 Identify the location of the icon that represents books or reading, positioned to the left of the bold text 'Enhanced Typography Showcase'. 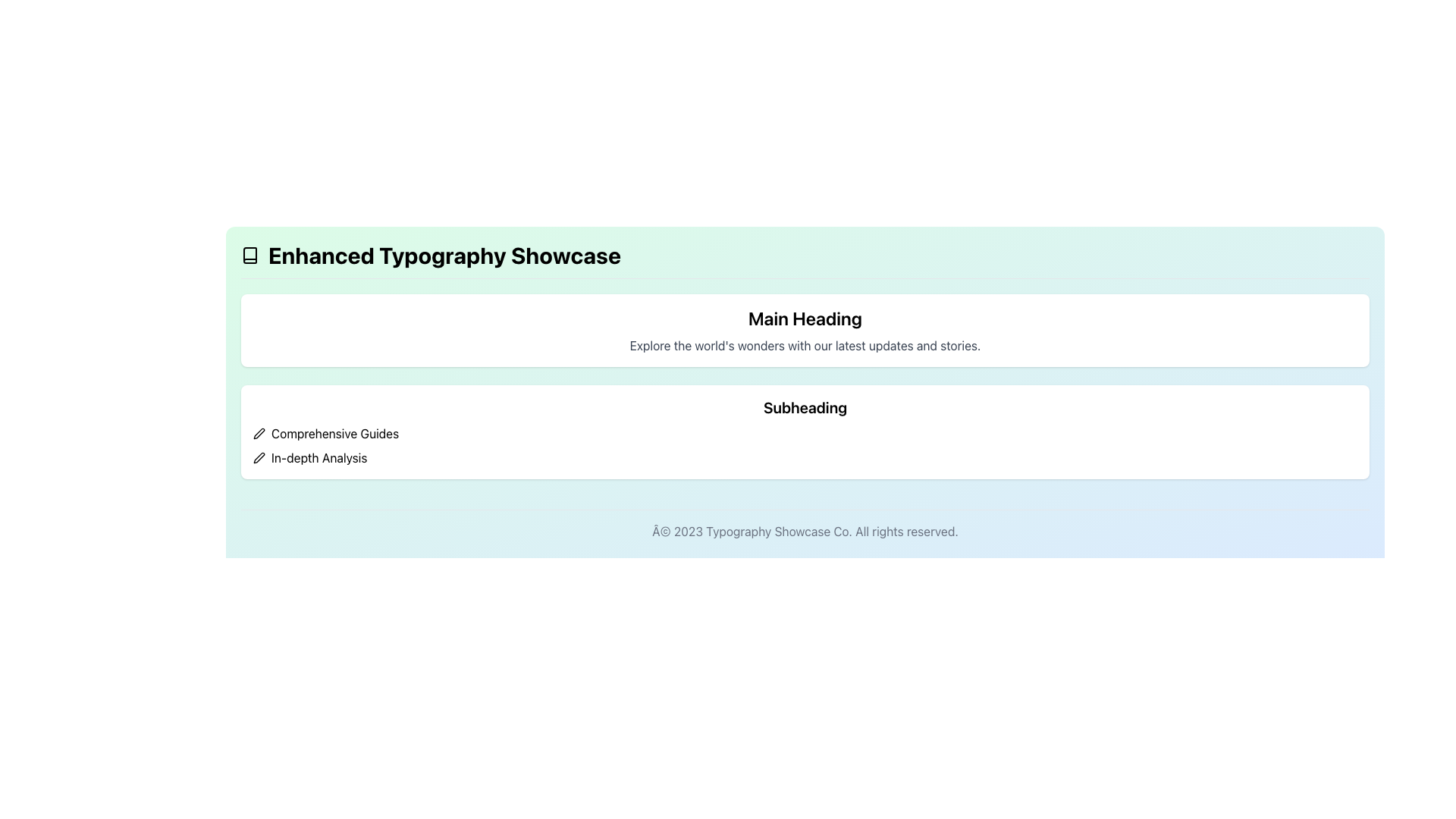
(250, 254).